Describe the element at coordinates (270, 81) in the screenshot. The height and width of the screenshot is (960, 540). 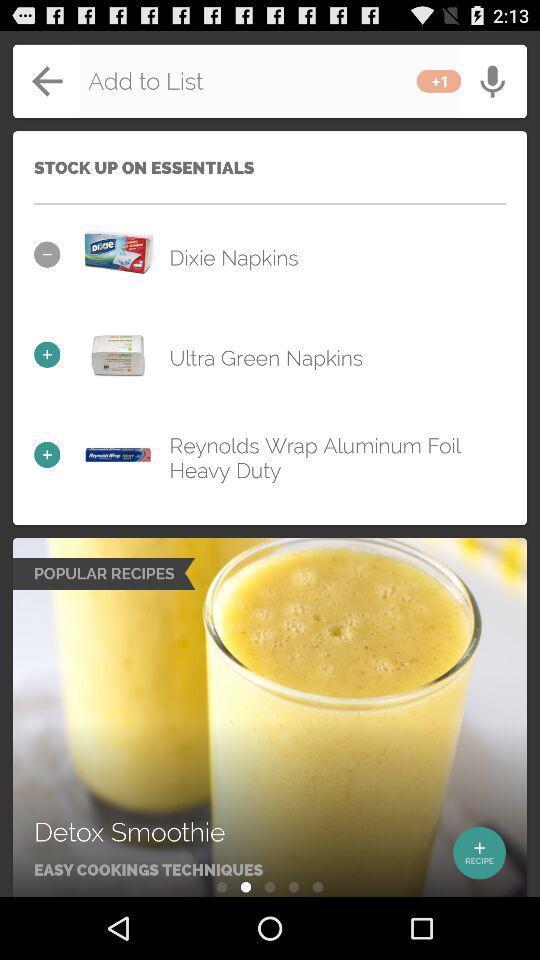
I see `back` at that location.